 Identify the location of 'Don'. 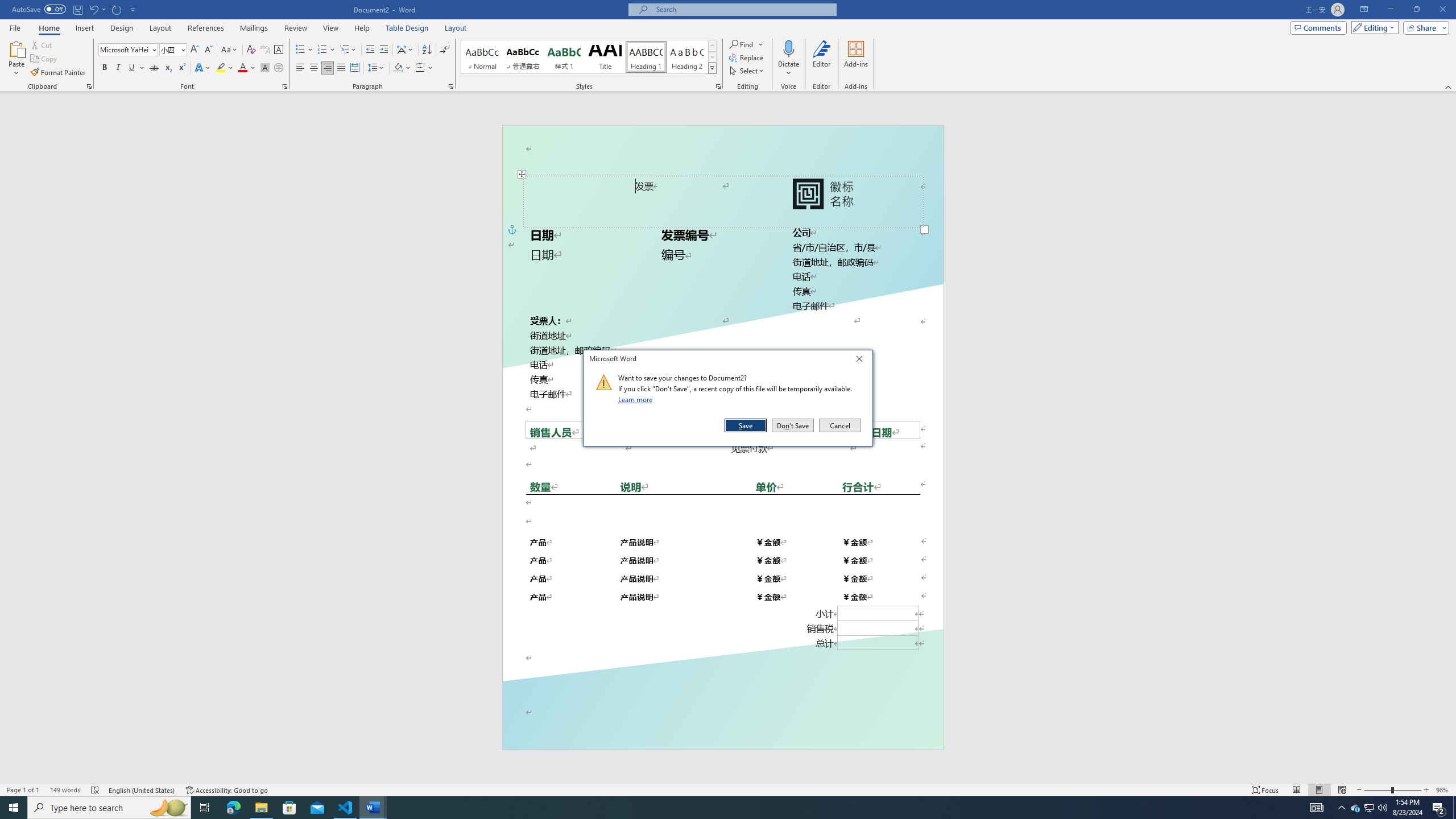
(792, 425).